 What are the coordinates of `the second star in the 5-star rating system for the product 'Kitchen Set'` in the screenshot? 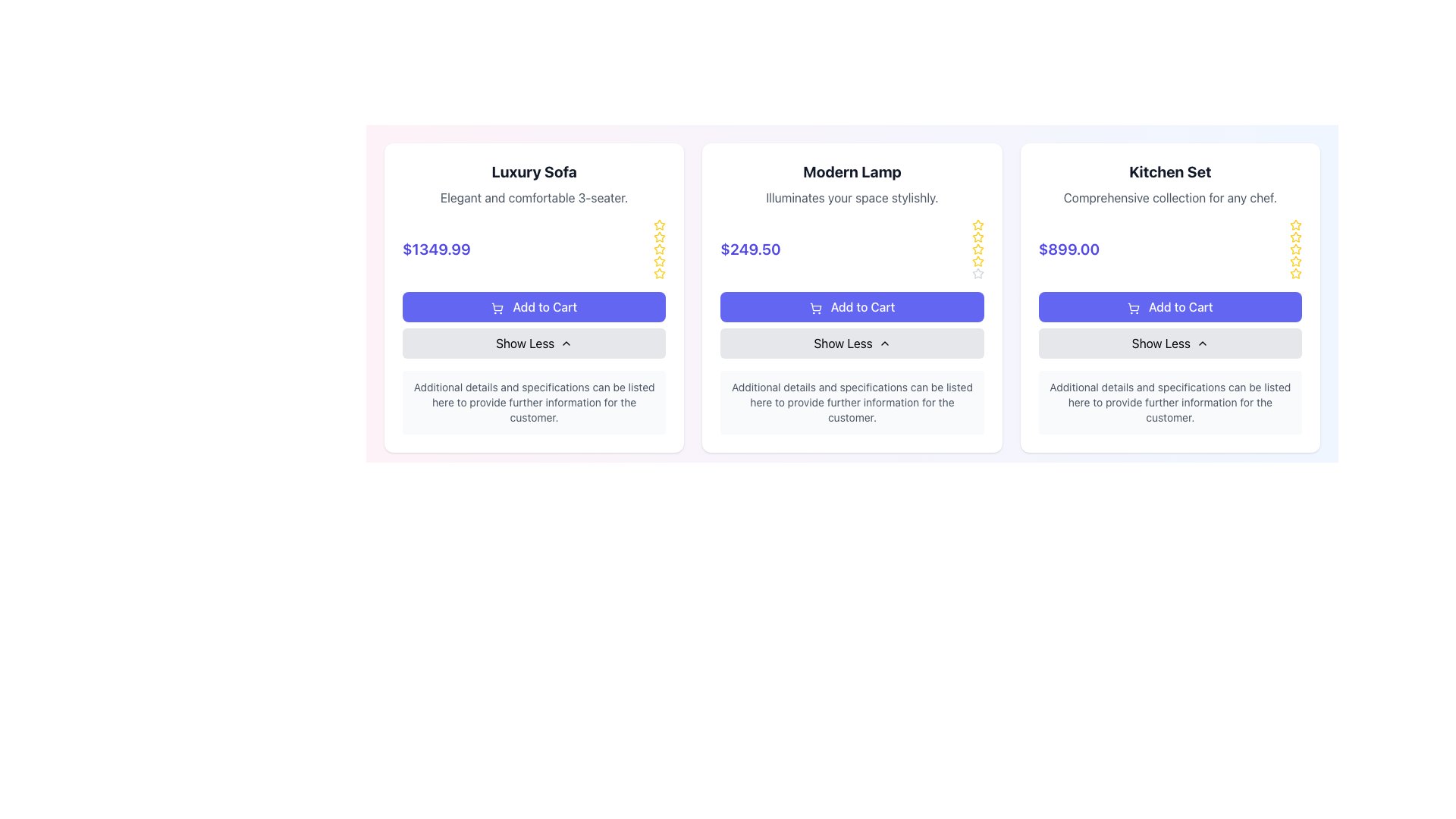 It's located at (1294, 248).